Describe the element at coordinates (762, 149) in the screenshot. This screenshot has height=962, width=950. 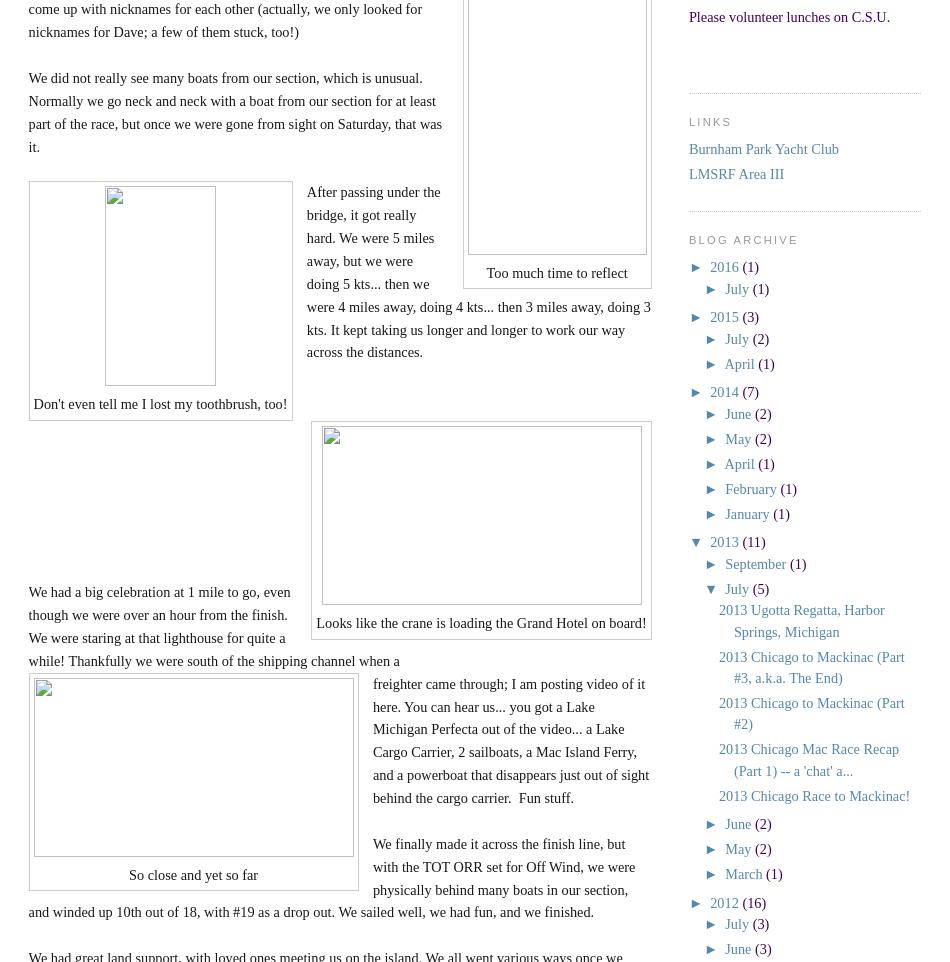
I see `'Burnham Park Yacht Club'` at that location.